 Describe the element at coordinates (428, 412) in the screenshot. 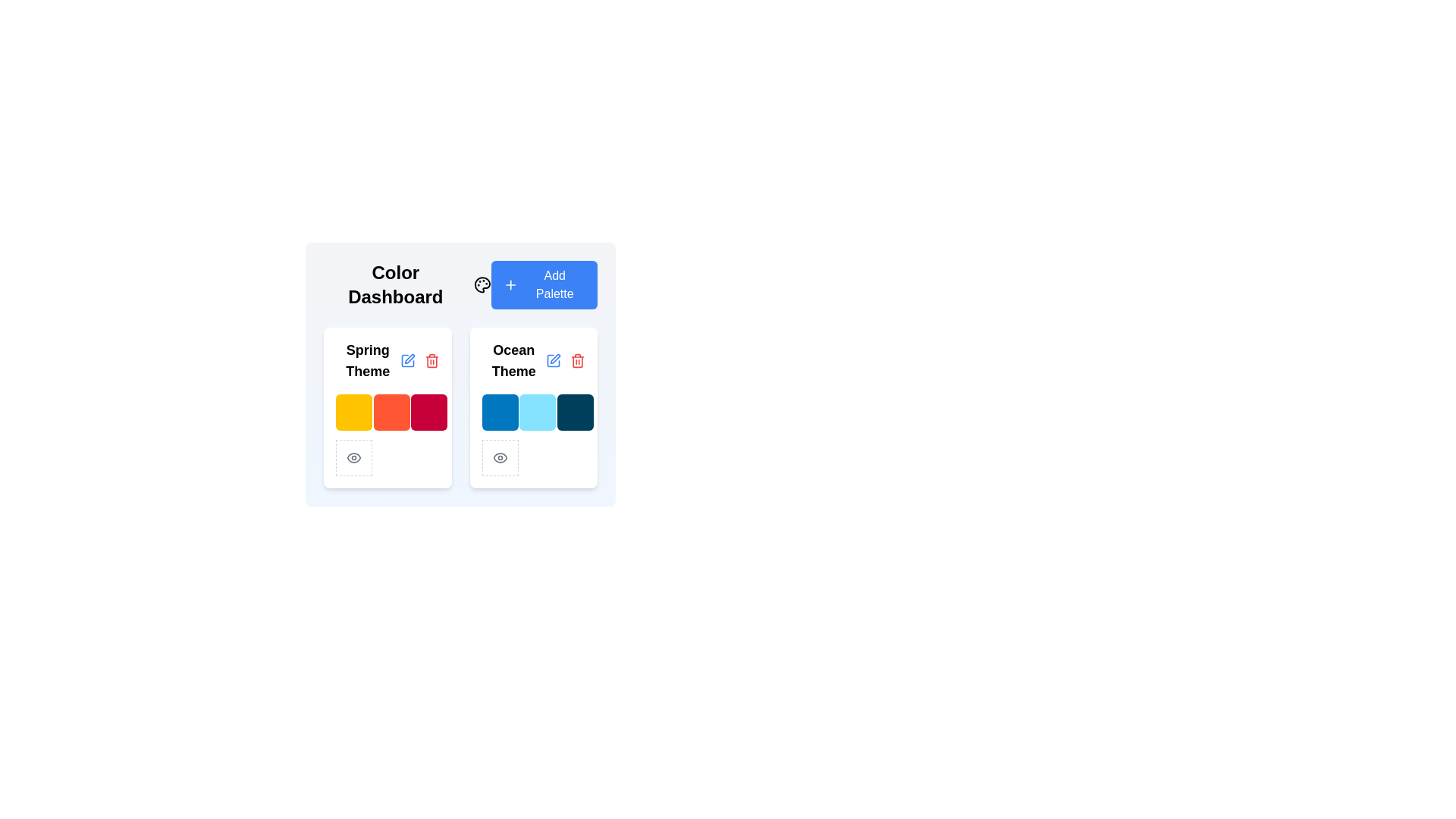

I see `the color swatch with a solid red background (#C70039) located in the 'Spring Theme' card, which is the third element in a row of three square components` at that location.